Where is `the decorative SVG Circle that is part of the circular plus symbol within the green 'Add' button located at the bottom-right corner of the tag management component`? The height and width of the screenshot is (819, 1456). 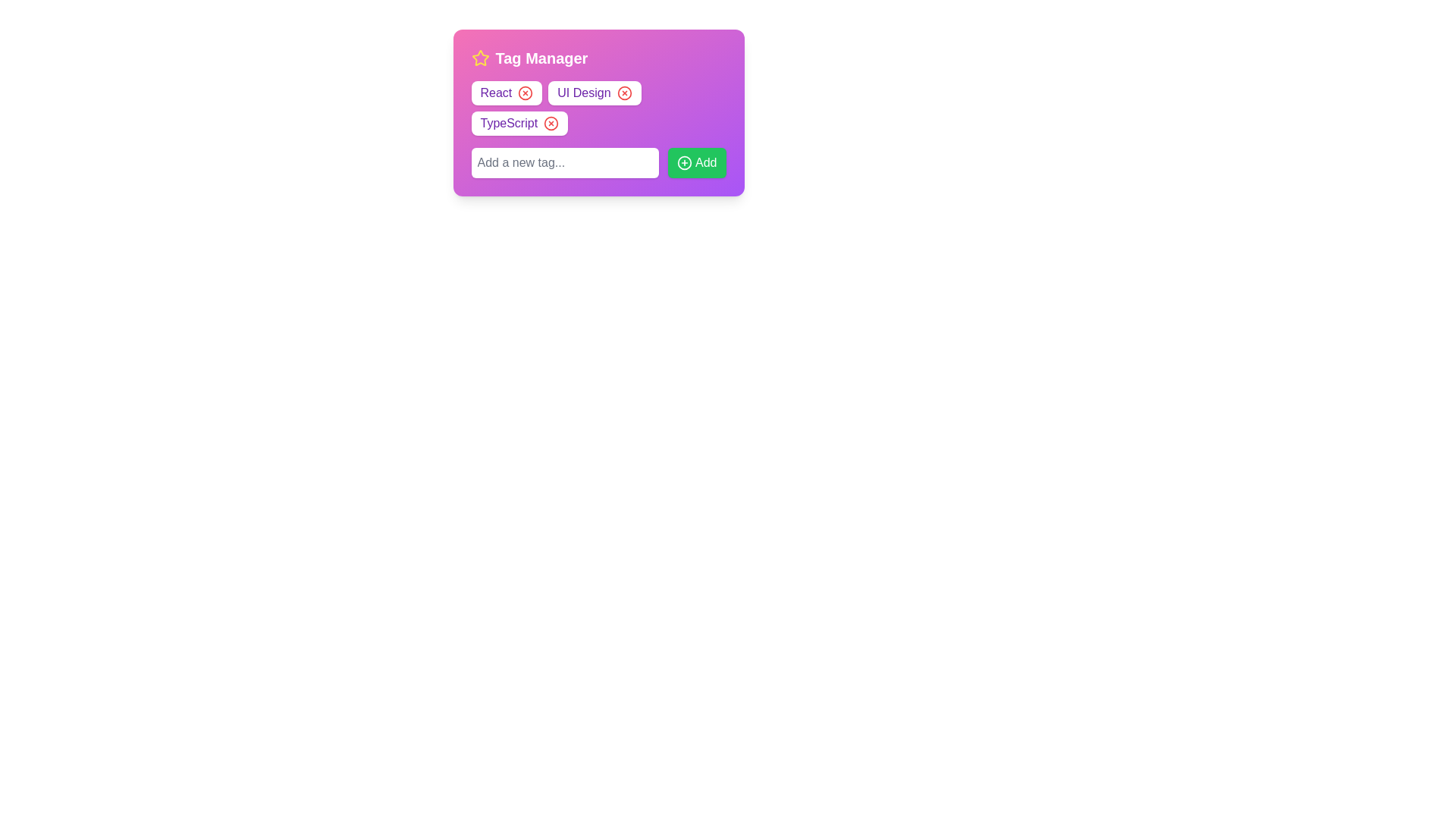 the decorative SVG Circle that is part of the circular plus symbol within the green 'Add' button located at the bottom-right corner of the tag management component is located at coordinates (683, 163).